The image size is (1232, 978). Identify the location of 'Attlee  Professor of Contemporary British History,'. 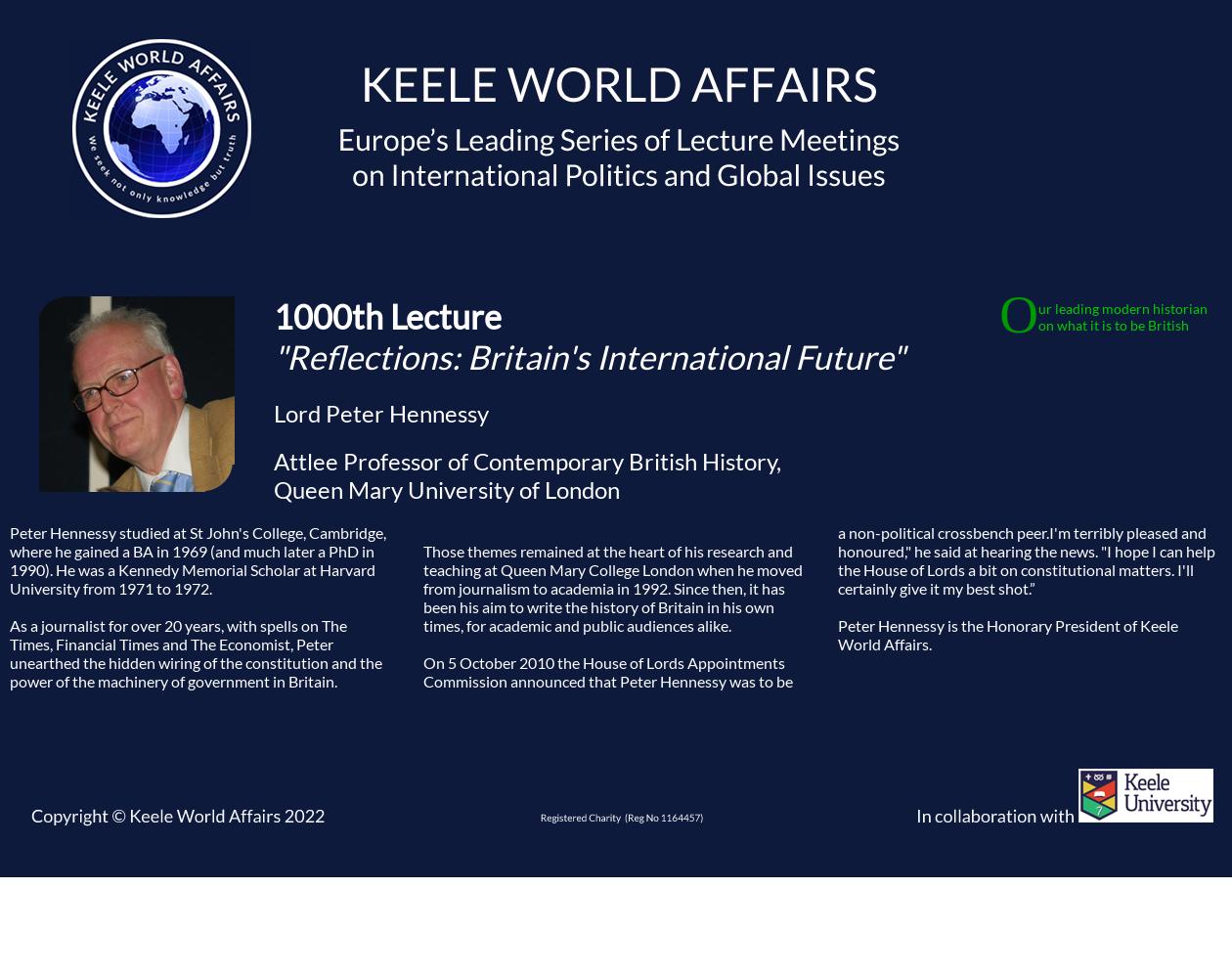
(527, 459).